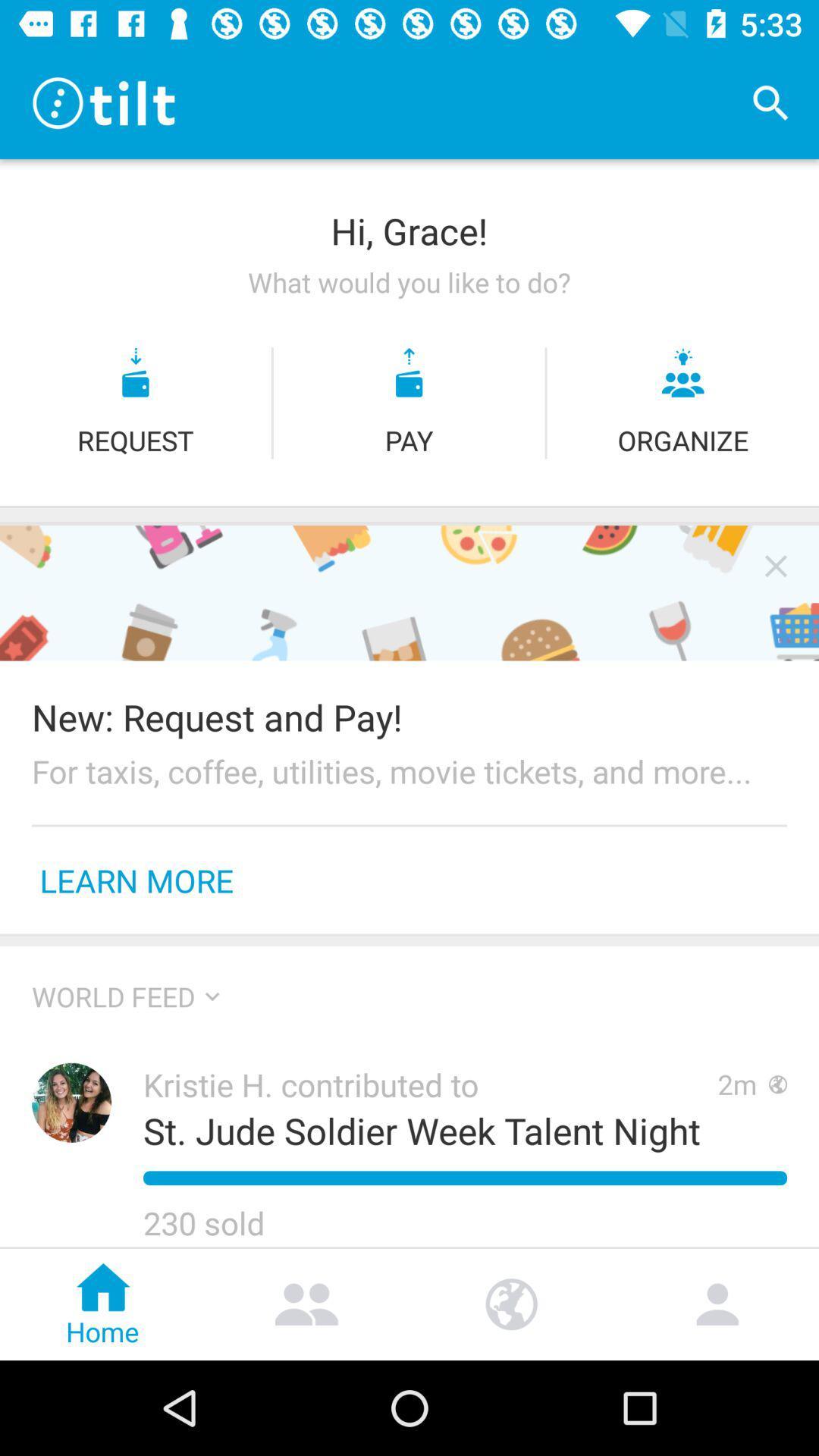 This screenshot has height=1456, width=819. Describe the element at coordinates (430, 1084) in the screenshot. I see `the item to the left of 2m` at that location.